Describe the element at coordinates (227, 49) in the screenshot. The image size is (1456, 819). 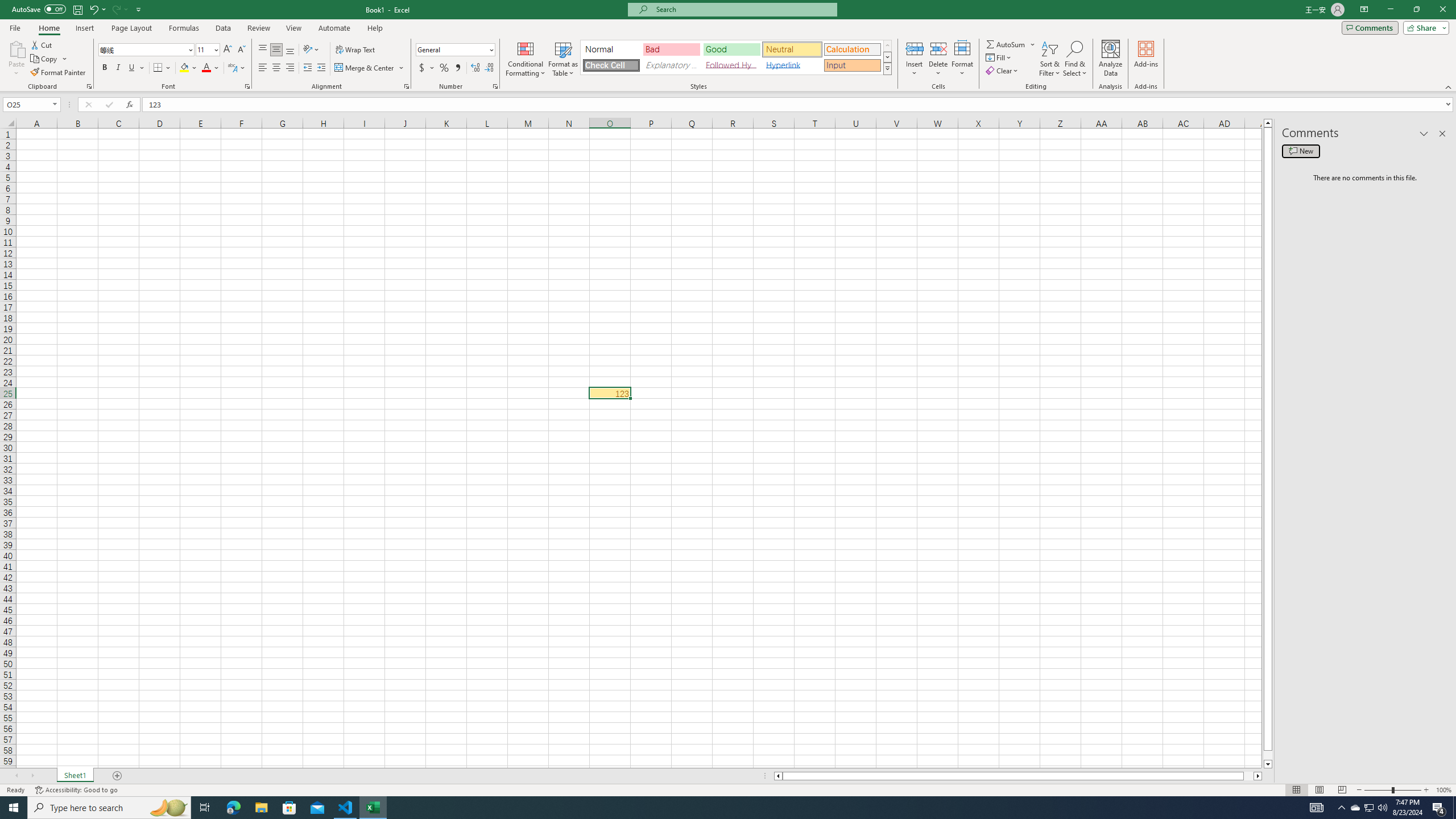
I see `'Increase Font Size'` at that location.